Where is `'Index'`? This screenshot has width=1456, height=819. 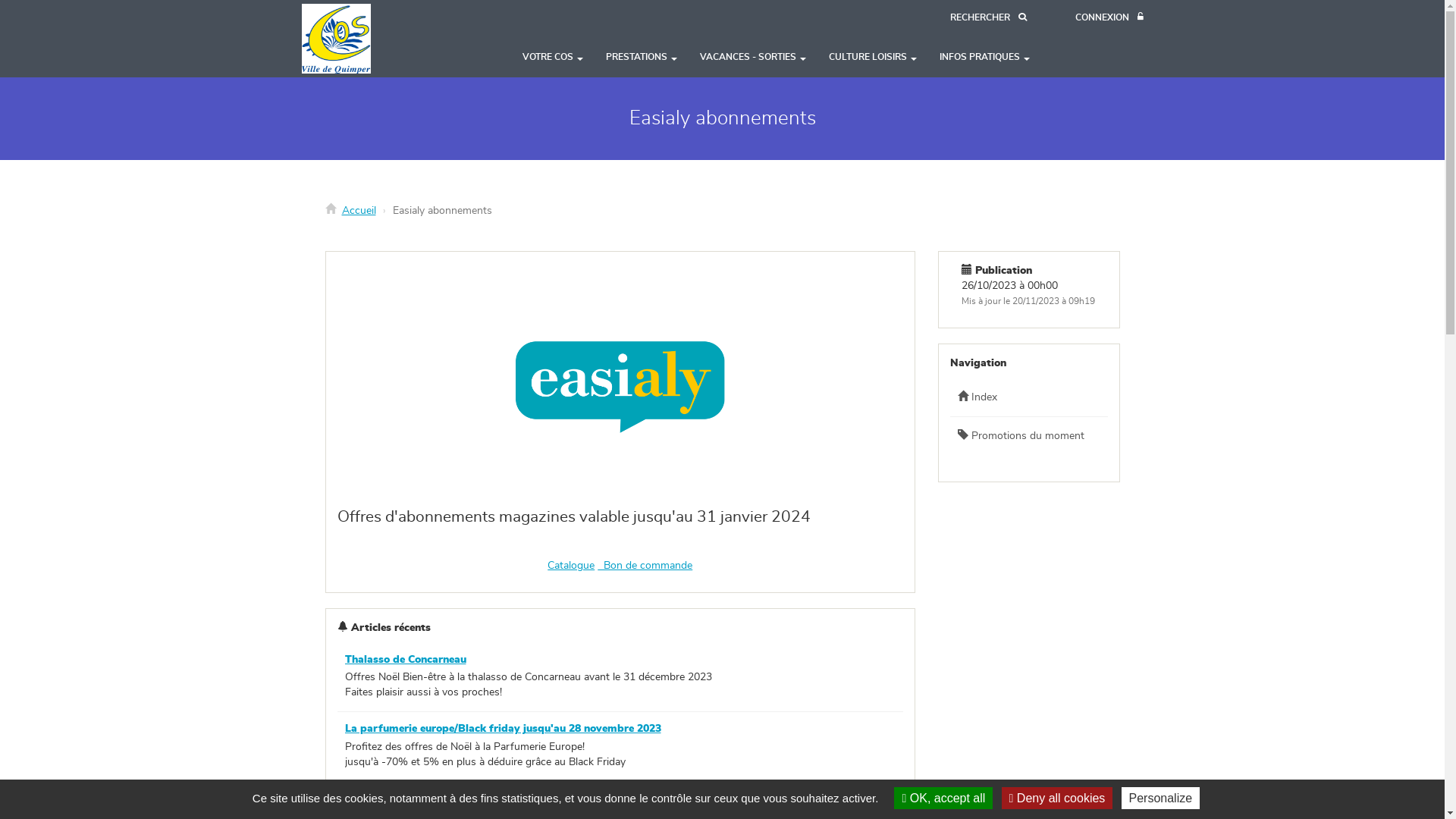 'Index' is located at coordinates (1029, 397).